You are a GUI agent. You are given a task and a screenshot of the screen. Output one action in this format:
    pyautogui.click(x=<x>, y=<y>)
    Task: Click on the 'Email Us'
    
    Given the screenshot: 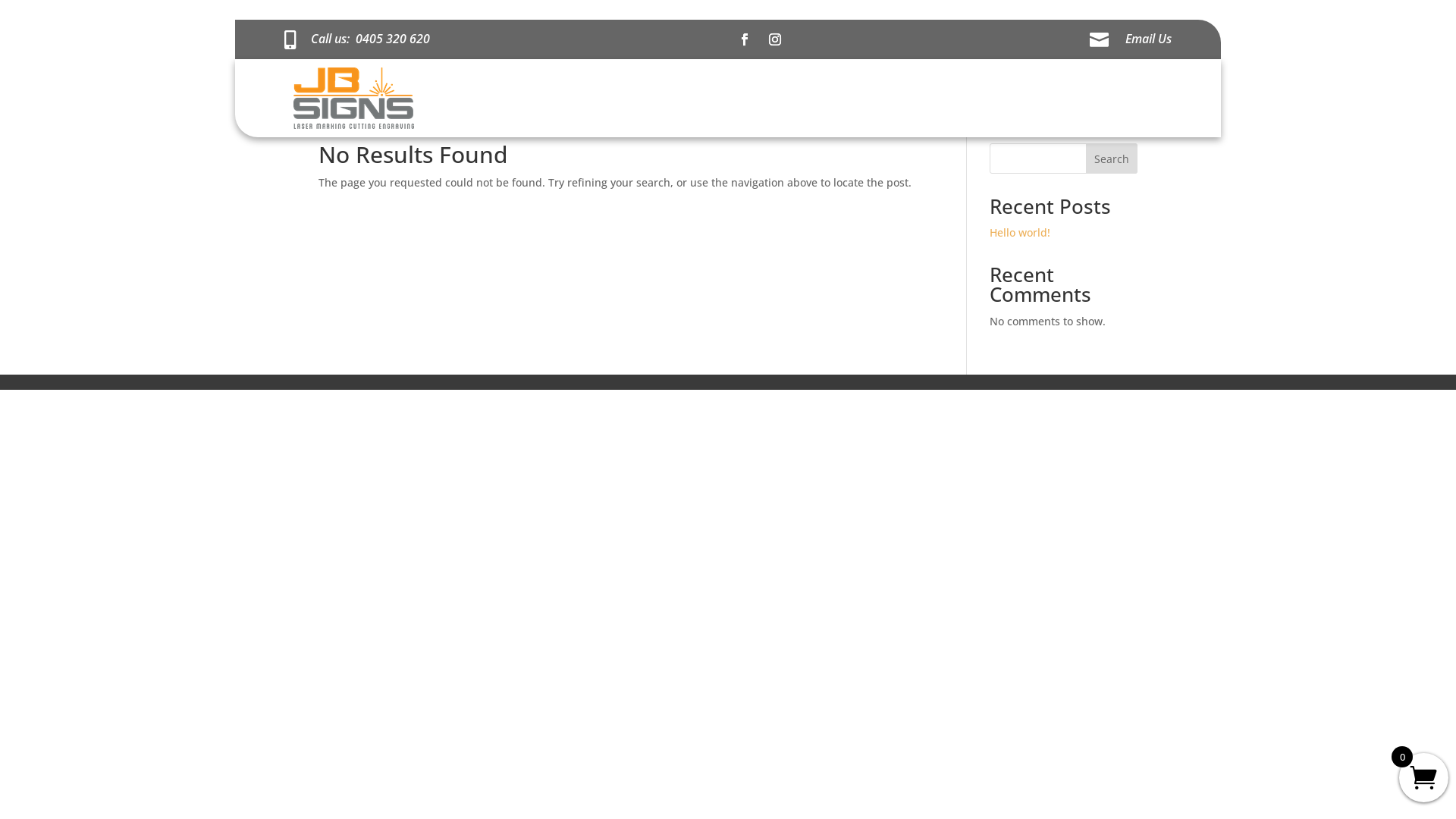 What is the action you would take?
    pyautogui.click(x=1148, y=37)
    